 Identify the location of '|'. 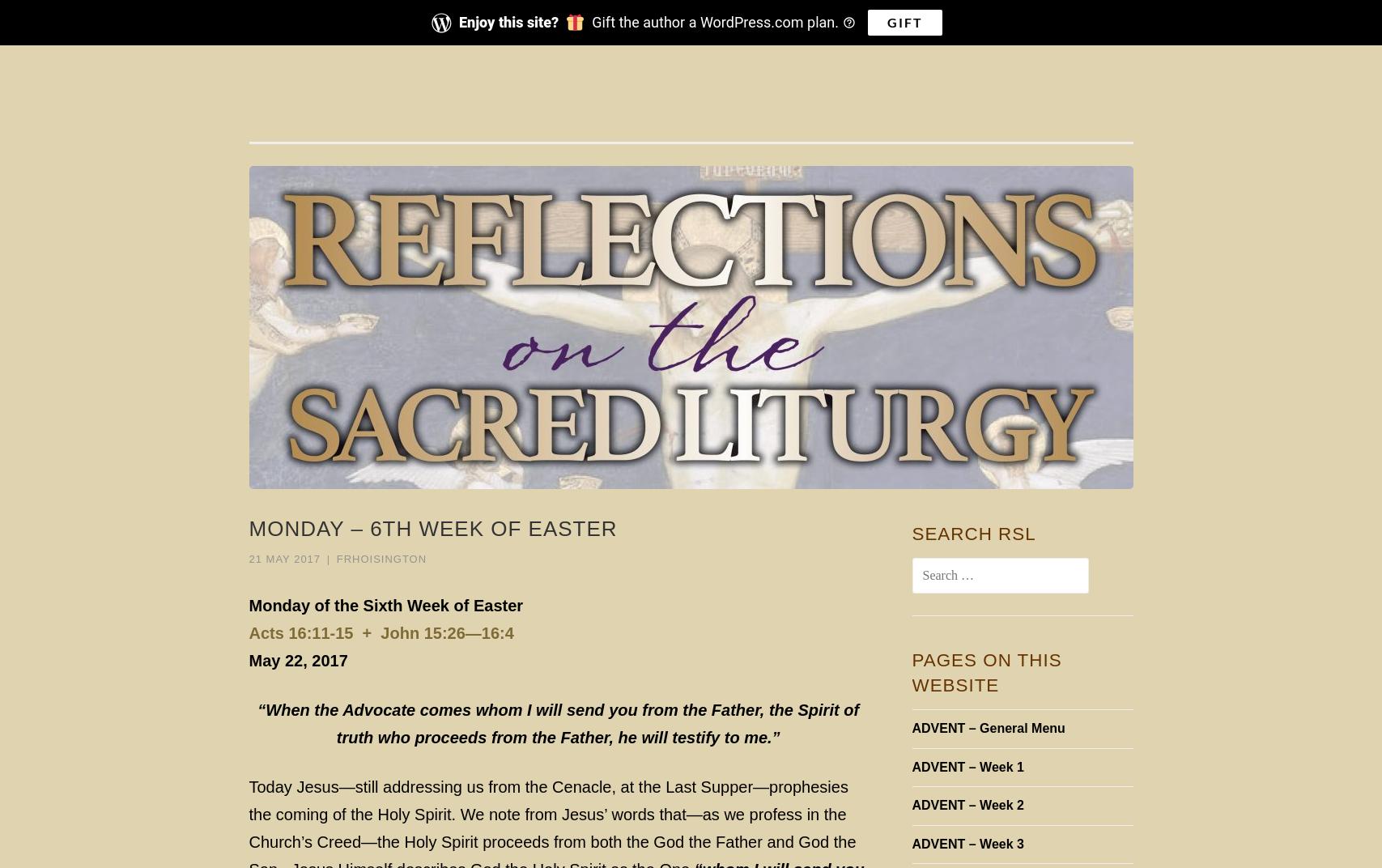
(328, 557).